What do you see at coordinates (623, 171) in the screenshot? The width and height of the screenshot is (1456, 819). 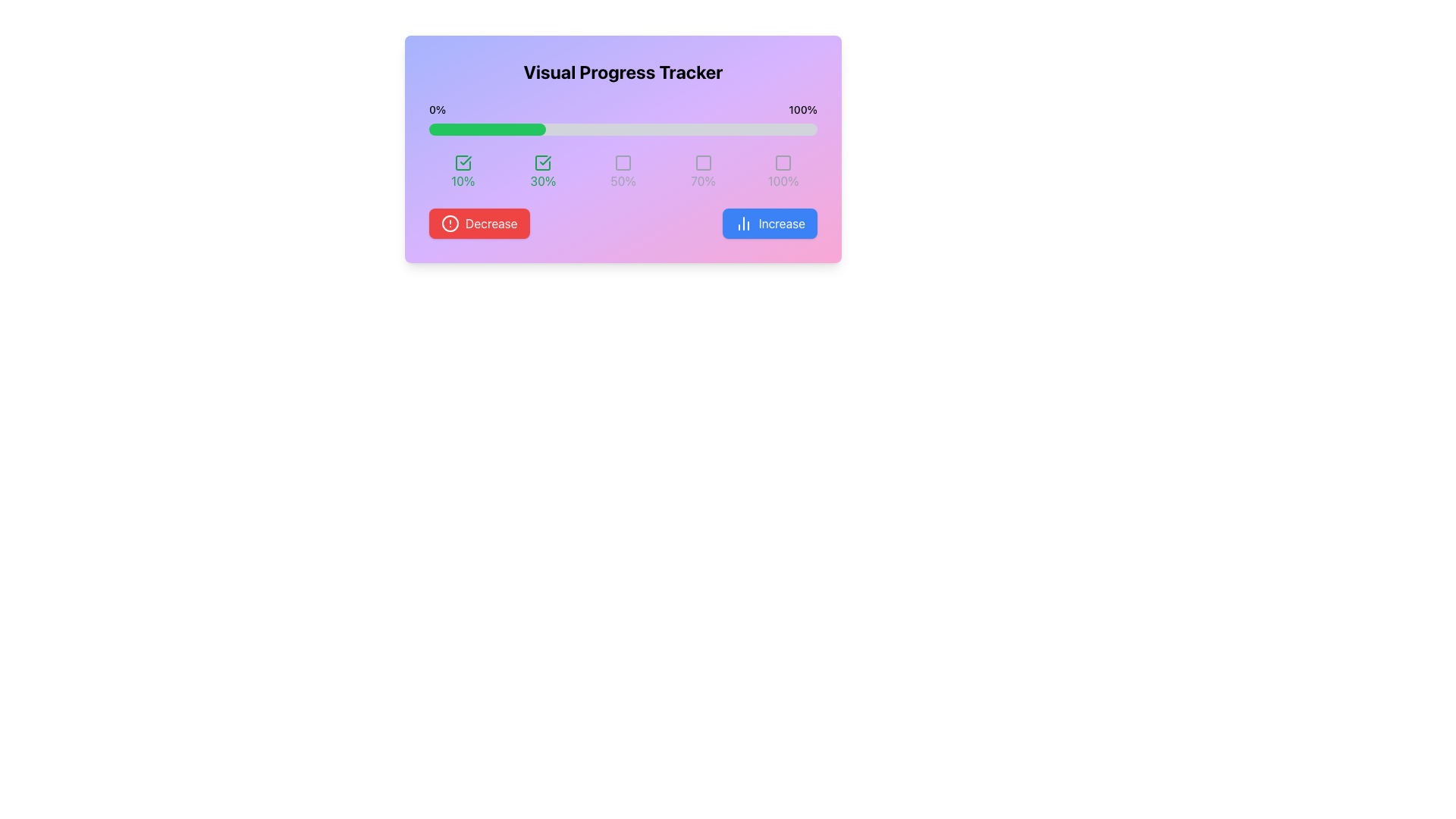 I see `the label displaying '50%' with a gray square icon, which is the third element in a row of five within the progress tracker interface` at bounding box center [623, 171].